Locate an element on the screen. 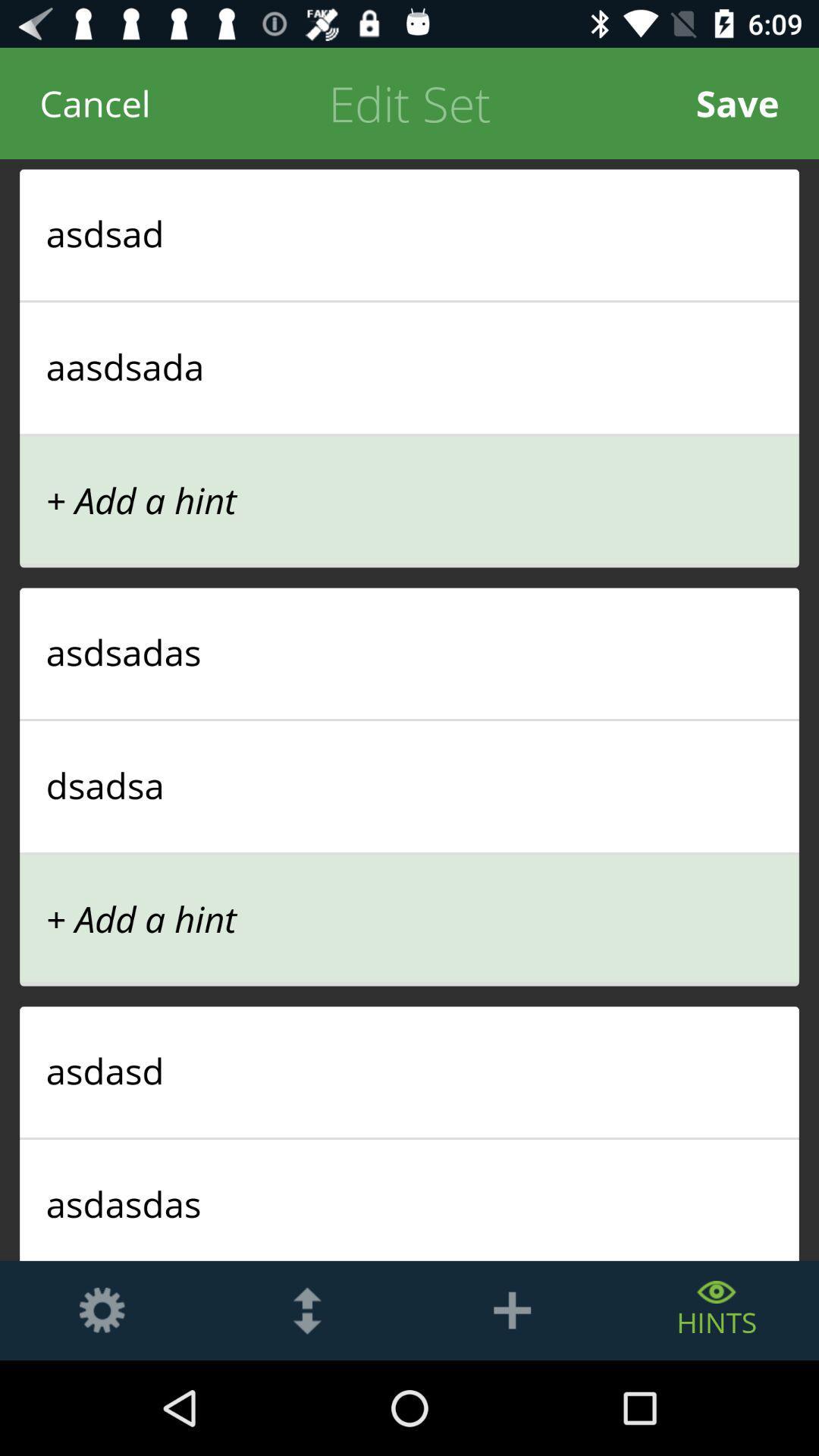 This screenshot has width=819, height=1456. scroll up and down is located at coordinates (307, 1310).